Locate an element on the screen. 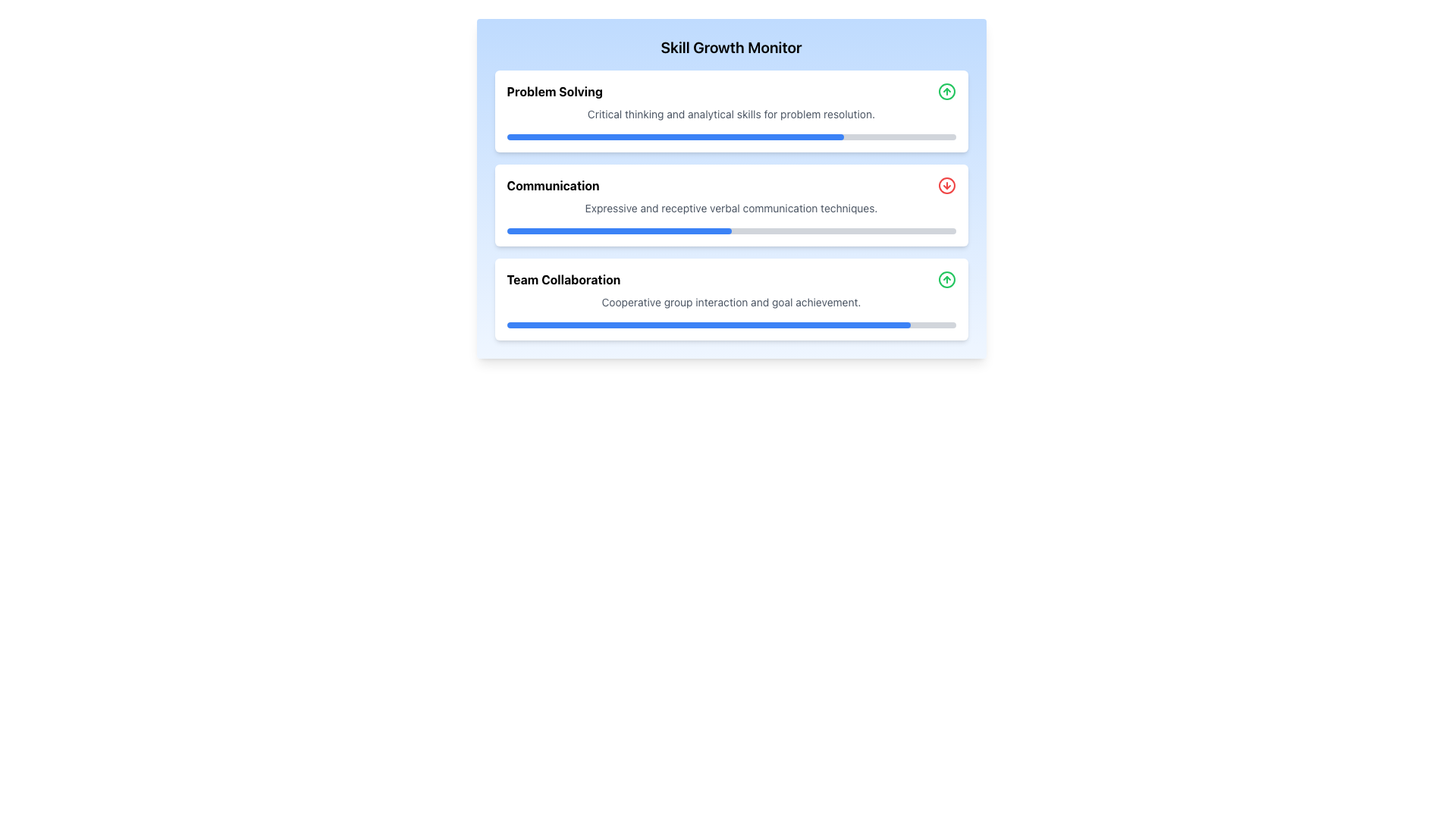 The width and height of the screenshot is (1456, 819). the progress indicator icon for the 'Team Collaboration' skill, located on the rightmost side of the section, adjacent to the descriptive text and progress bar is located at coordinates (946, 280).